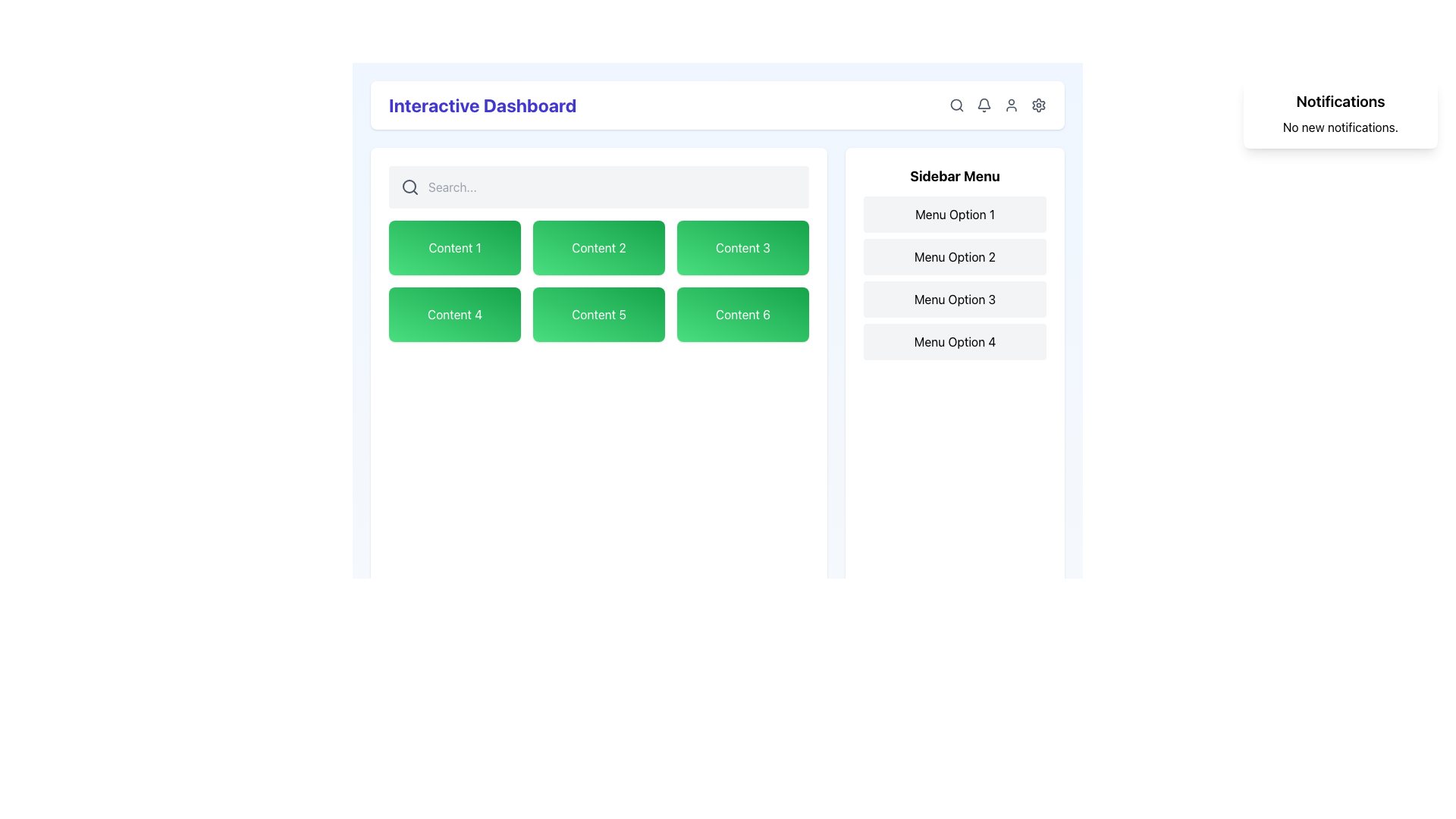 The height and width of the screenshot is (819, 1456). I want to click on the button in the grid that is located in the first row, middle column, intended for 'Content 2', which is situated to the right of 'Content 1' and to the left of 'Content 3', so click(598, 247).